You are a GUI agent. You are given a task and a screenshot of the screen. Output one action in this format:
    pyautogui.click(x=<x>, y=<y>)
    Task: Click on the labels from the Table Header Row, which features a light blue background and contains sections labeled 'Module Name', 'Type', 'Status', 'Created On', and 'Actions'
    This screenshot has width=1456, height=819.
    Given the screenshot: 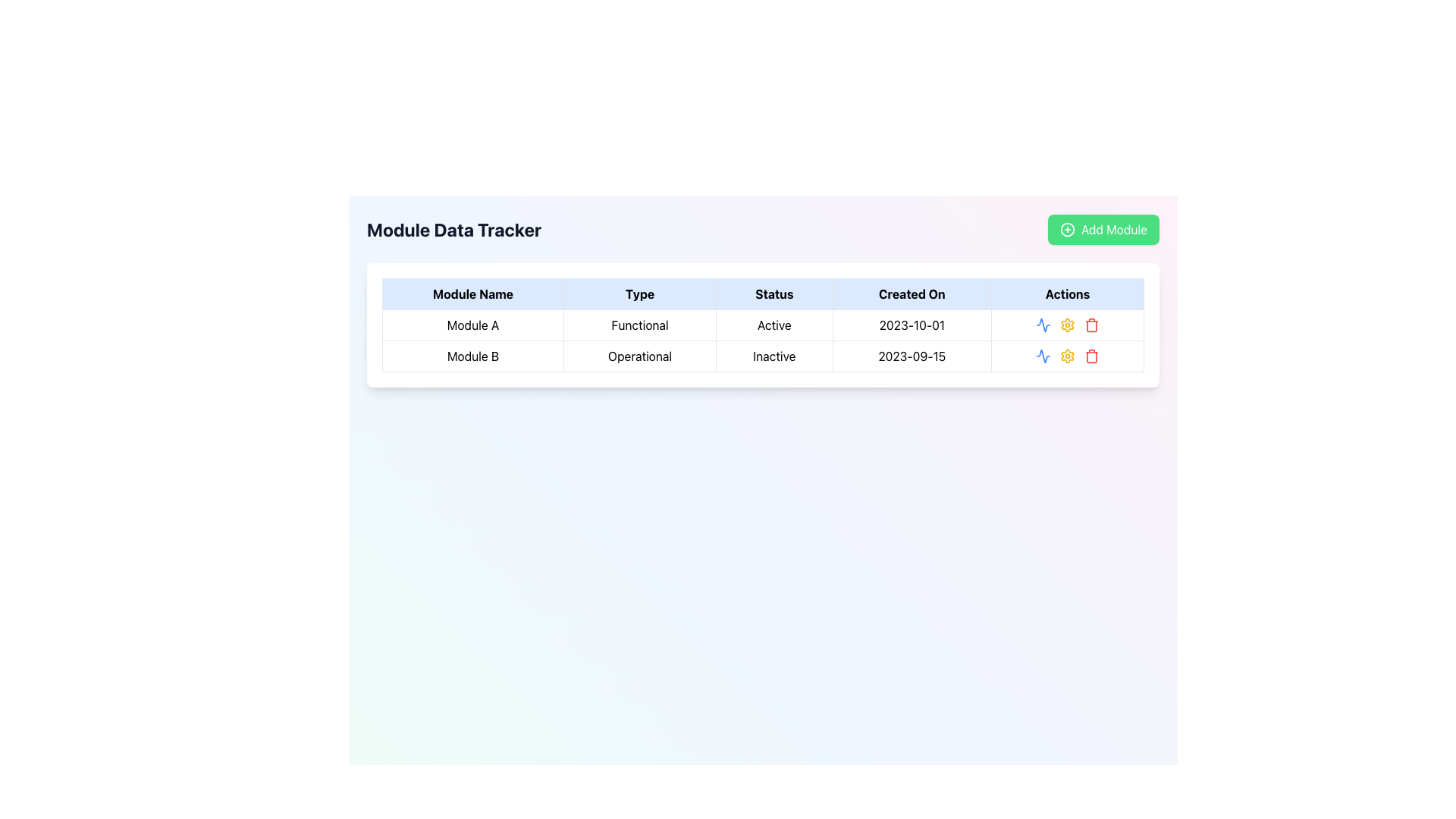 What is the action you would take?
    pyautogui.click(x=763, y=294)
    